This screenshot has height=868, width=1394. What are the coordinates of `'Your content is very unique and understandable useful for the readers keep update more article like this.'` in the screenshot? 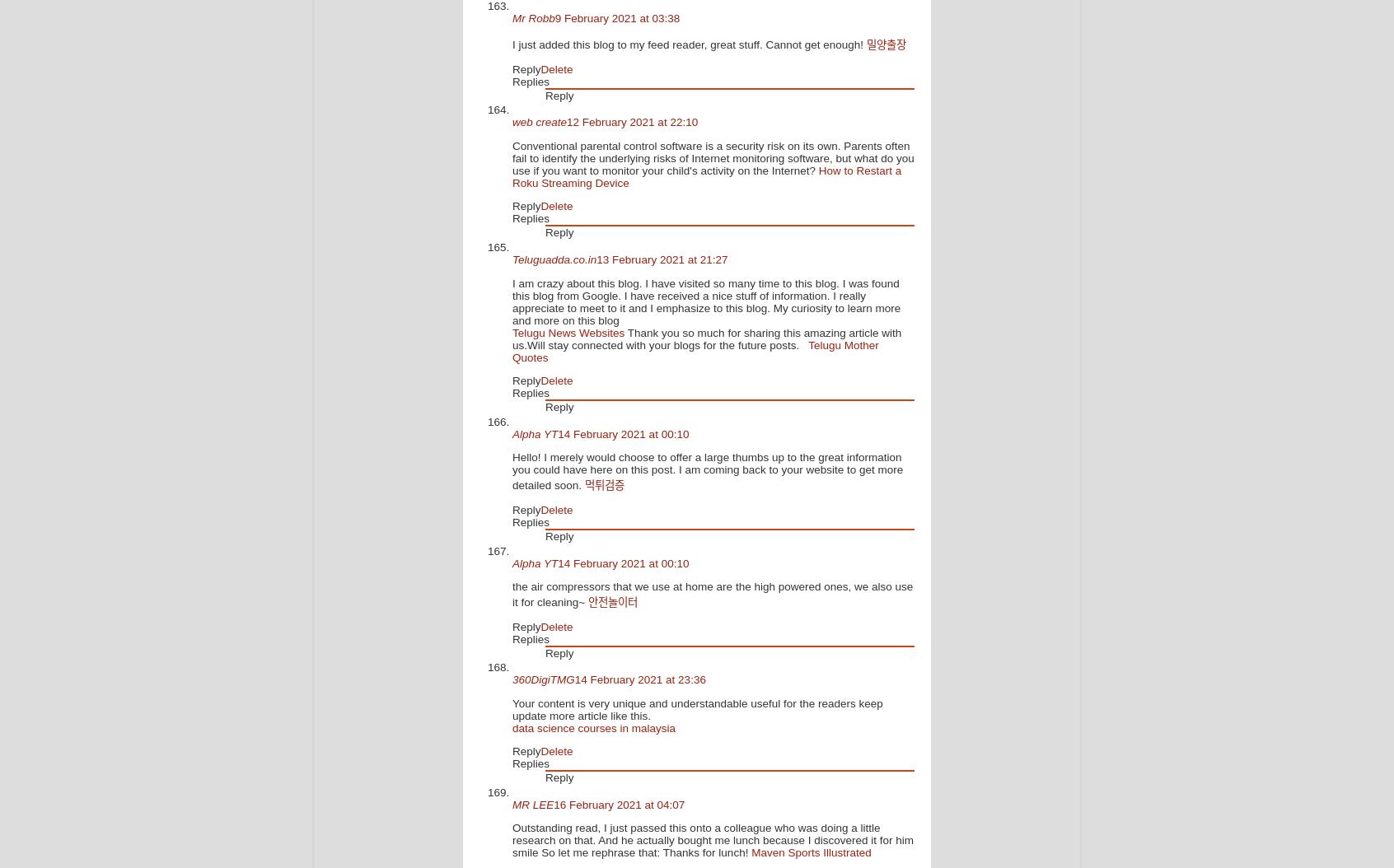 It's located at (697, 709).